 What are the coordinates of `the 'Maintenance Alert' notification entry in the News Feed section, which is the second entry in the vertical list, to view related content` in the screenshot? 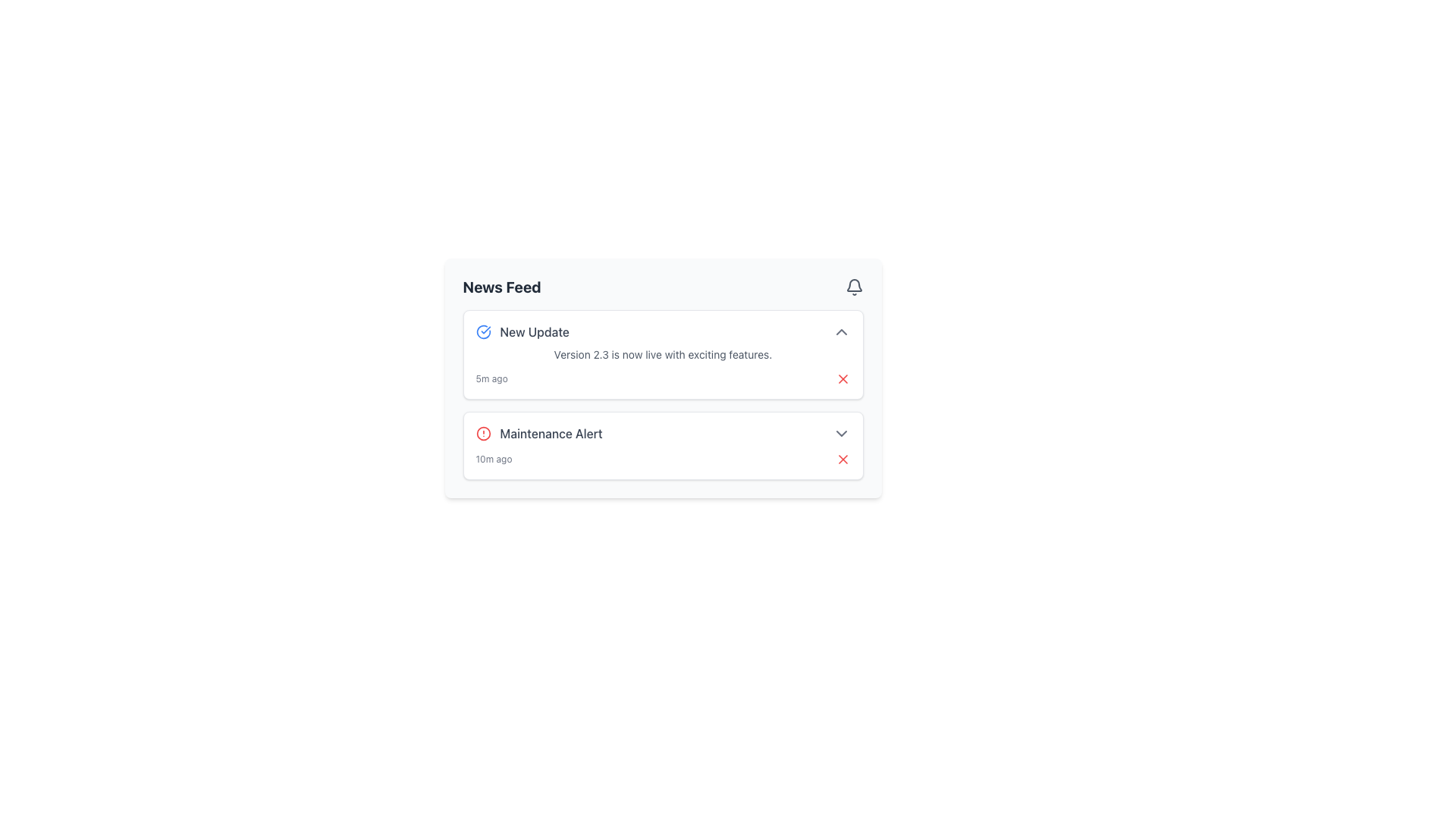 It's located at (663, 433).